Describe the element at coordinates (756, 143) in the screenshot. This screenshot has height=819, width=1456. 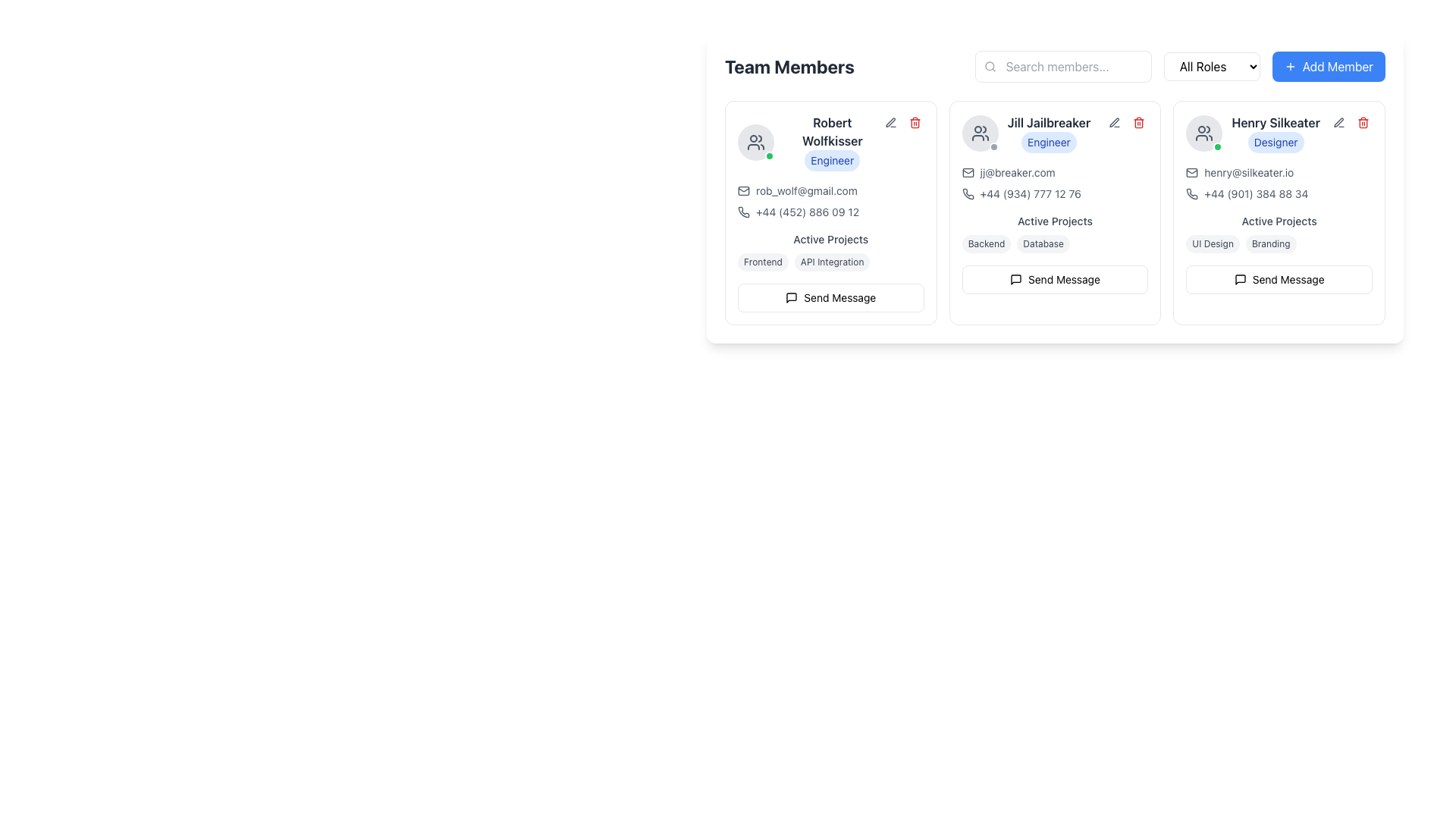
I see `the 'group' icon element located at the top-left corner of the team member card` at that location.